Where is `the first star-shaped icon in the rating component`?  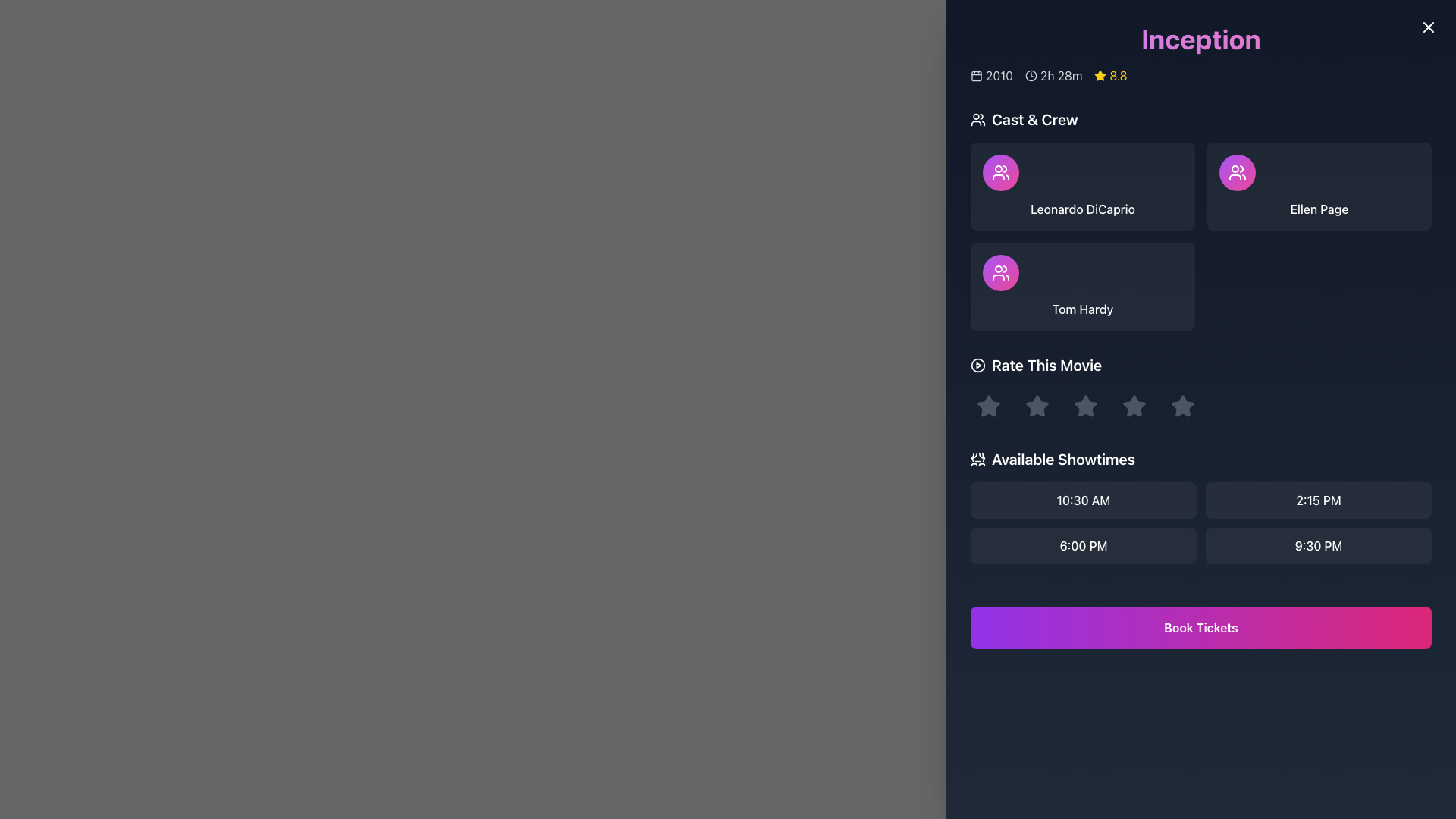 the first star-shaped icon in the rating component is located at coordinates (989, 406).